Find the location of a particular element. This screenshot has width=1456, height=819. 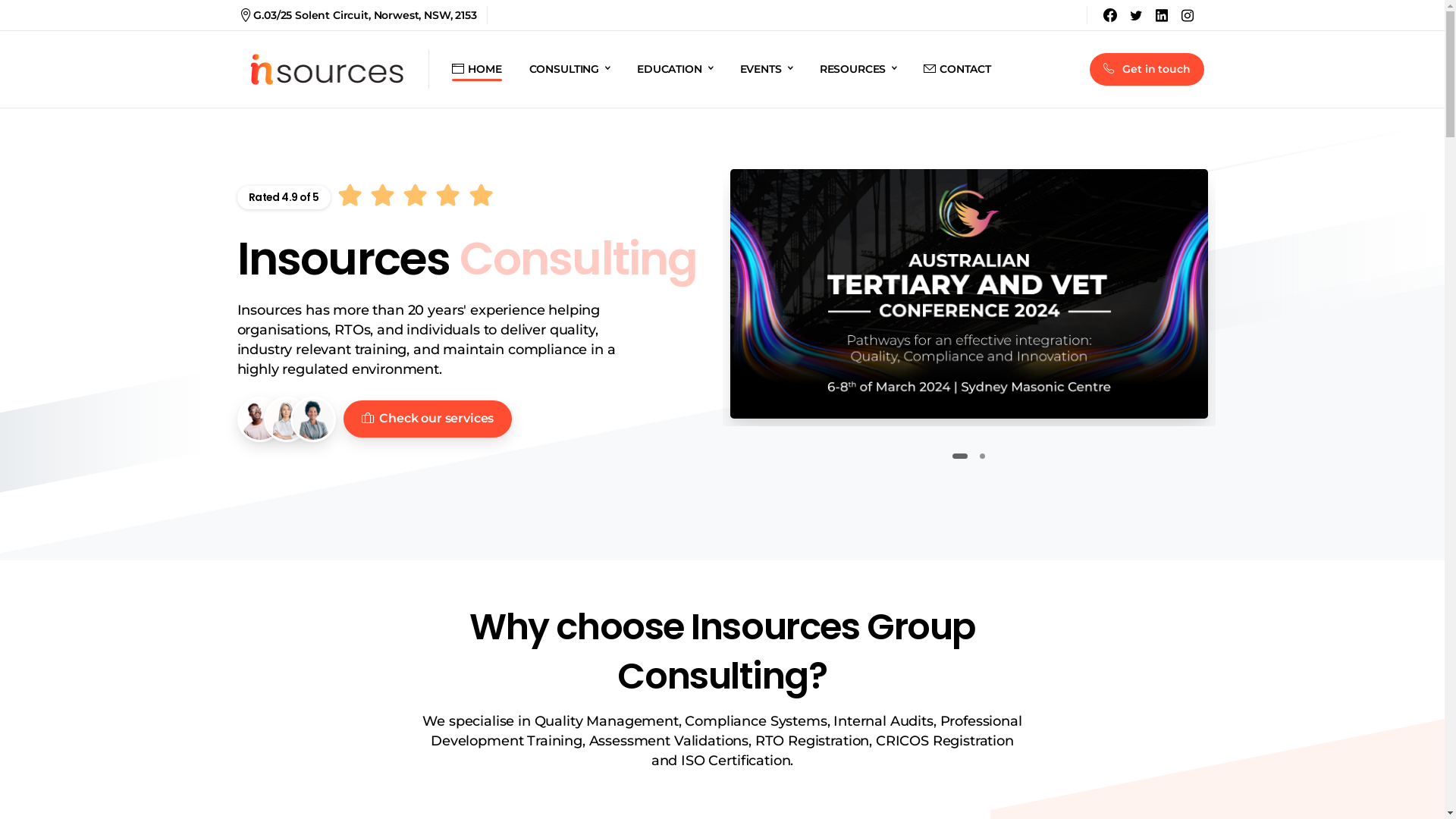

'CONTACT' is located at coordinates (956, 69).